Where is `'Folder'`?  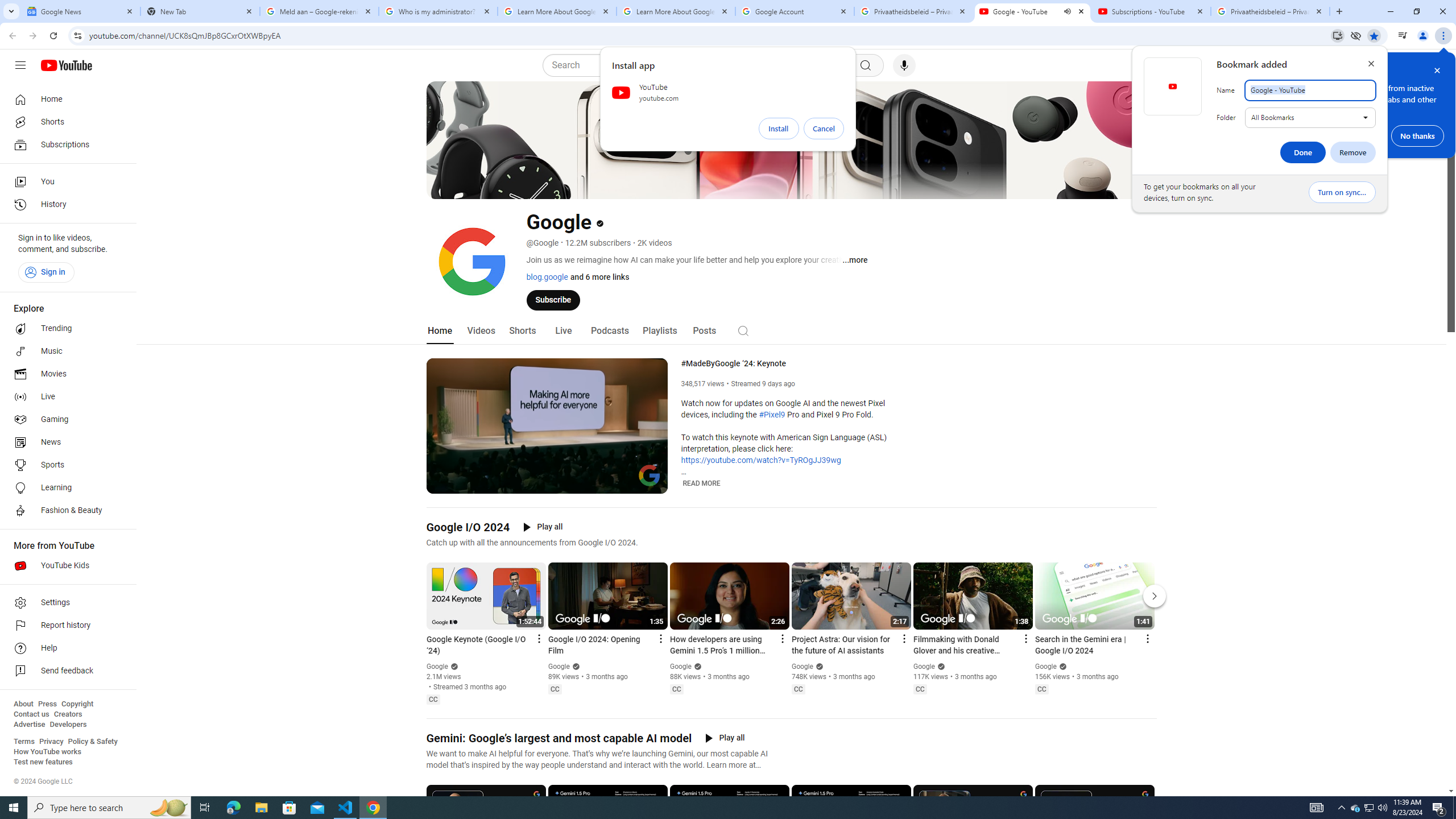
'Folder' is located at coordinates (1310, 117).